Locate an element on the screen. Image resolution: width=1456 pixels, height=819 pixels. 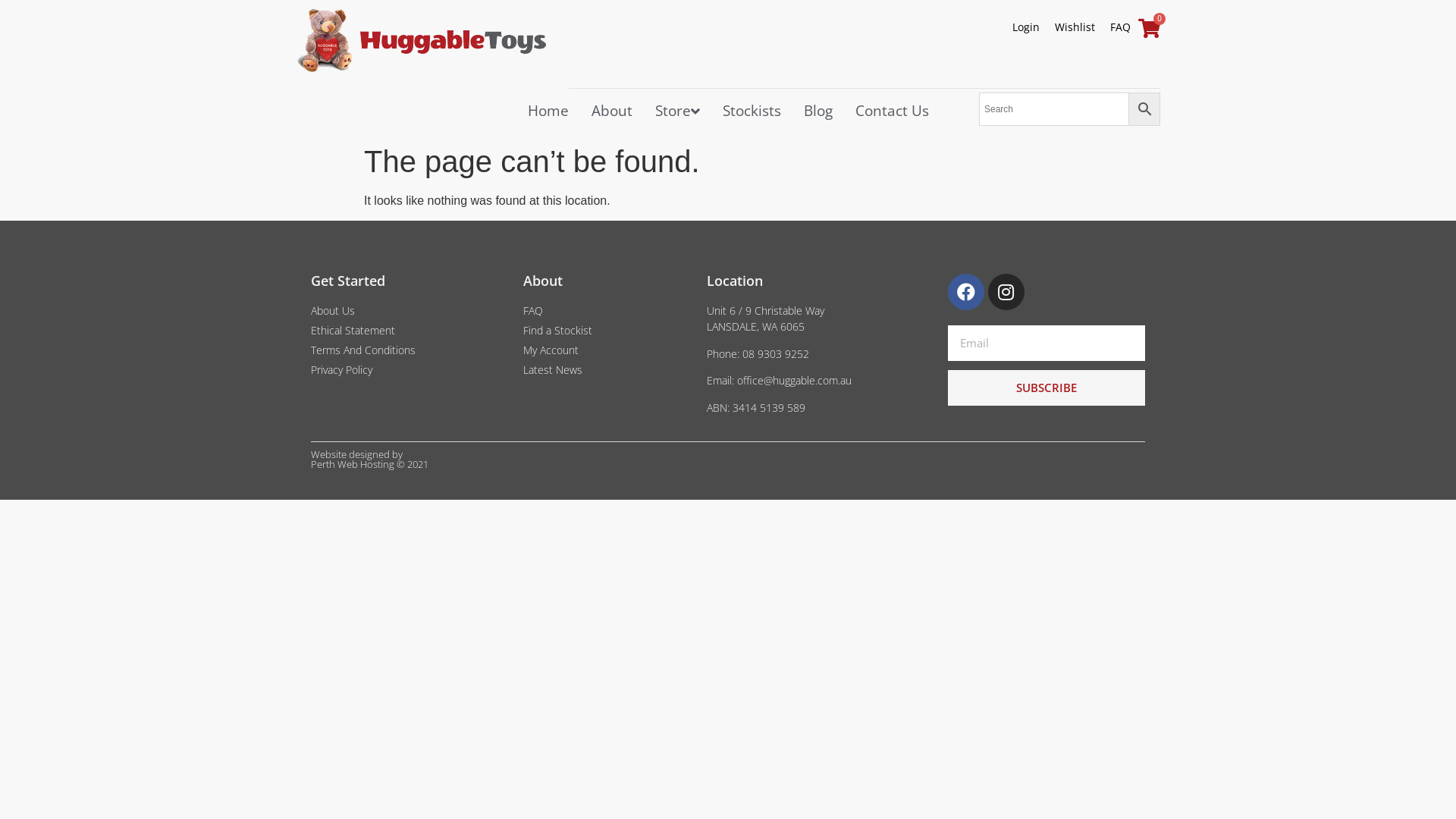
'SUBSCRIBE' is located at coordinates (1046, 387).